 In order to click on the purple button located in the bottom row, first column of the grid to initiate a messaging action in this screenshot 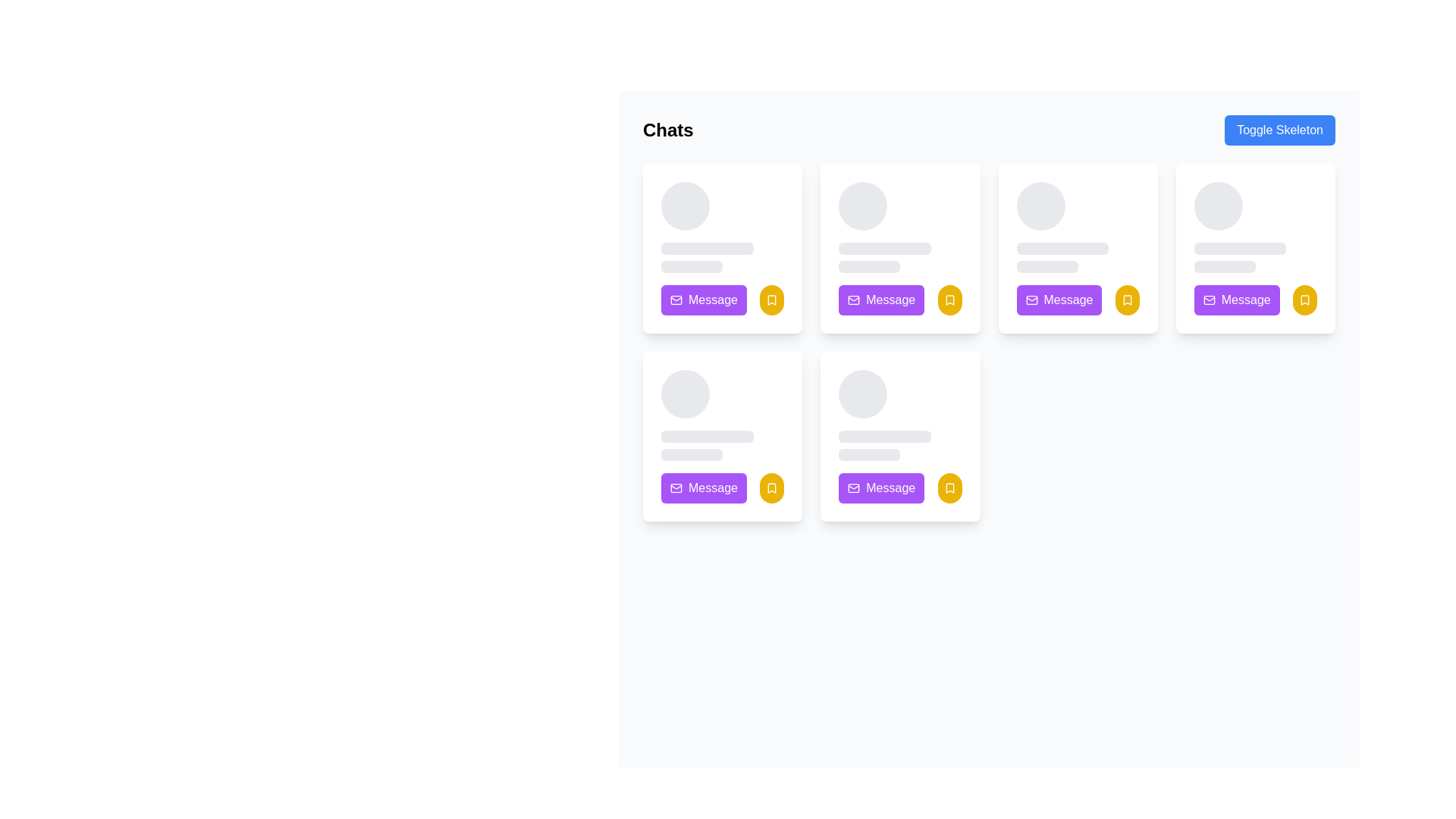, I will do `click(900, 488)`.